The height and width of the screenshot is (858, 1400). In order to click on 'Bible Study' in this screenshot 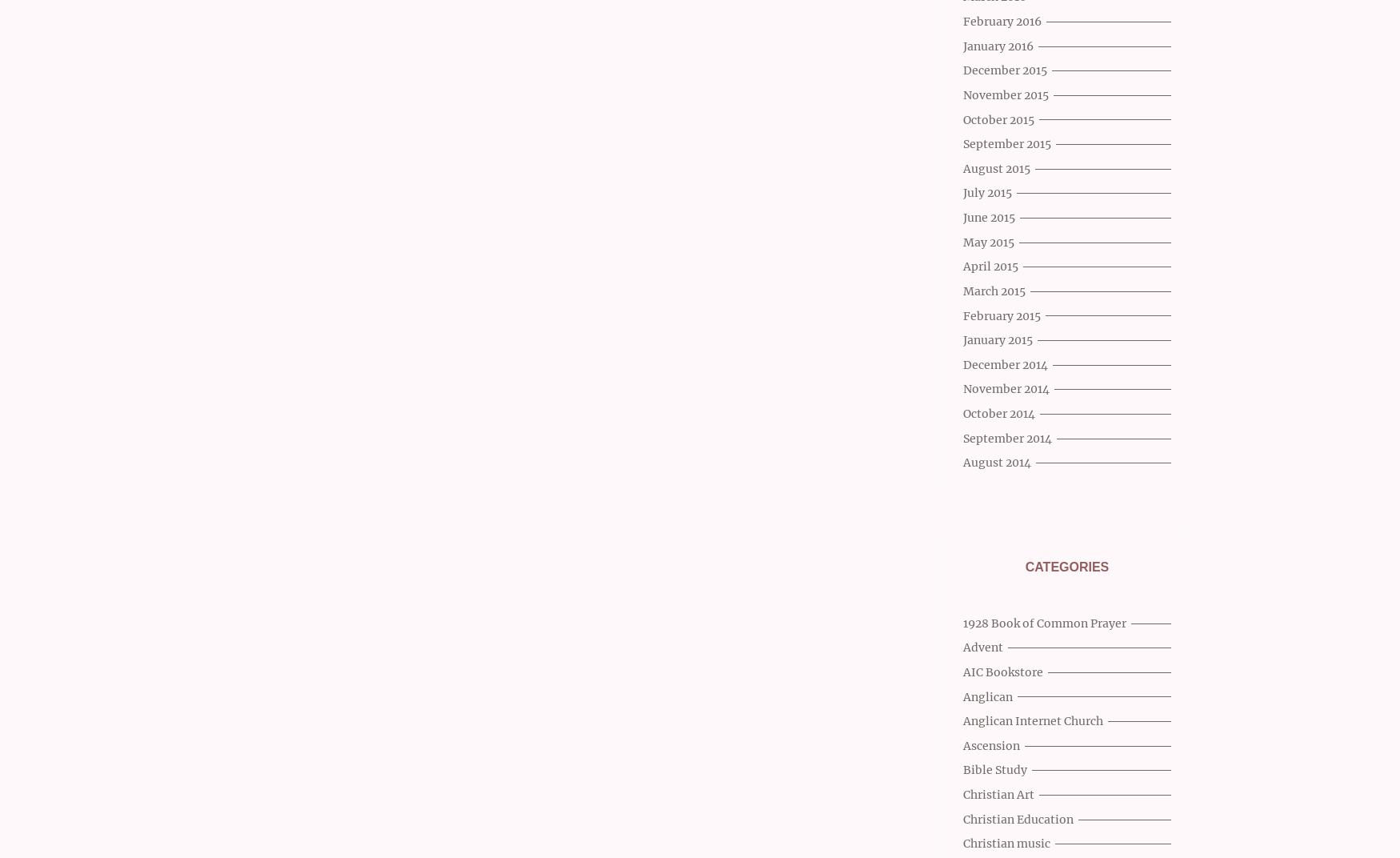, I will do `click(963, 769)`.